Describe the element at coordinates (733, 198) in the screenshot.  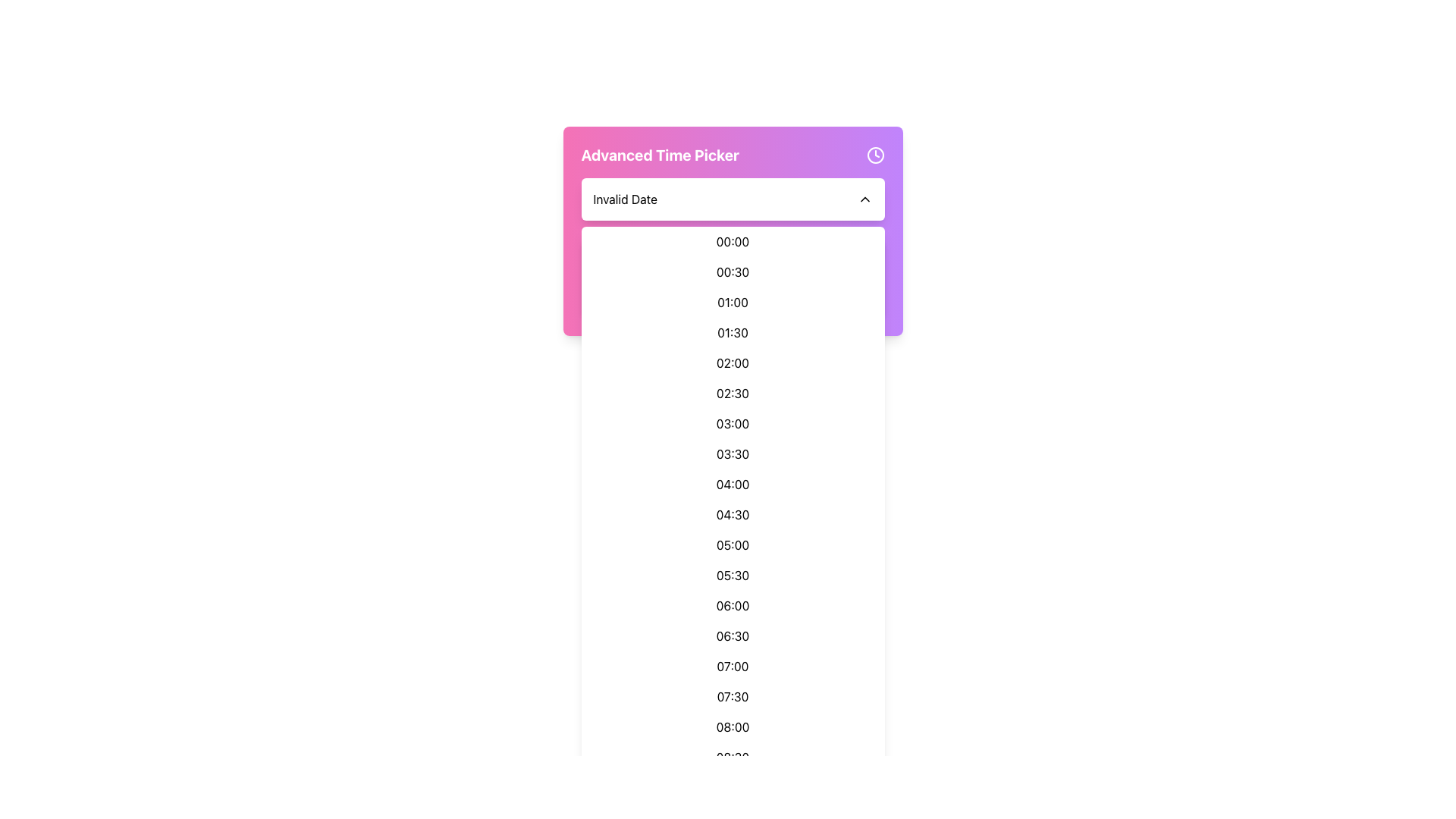
I see `the dropdown input field labeled 'Invalid Date'` at that location.